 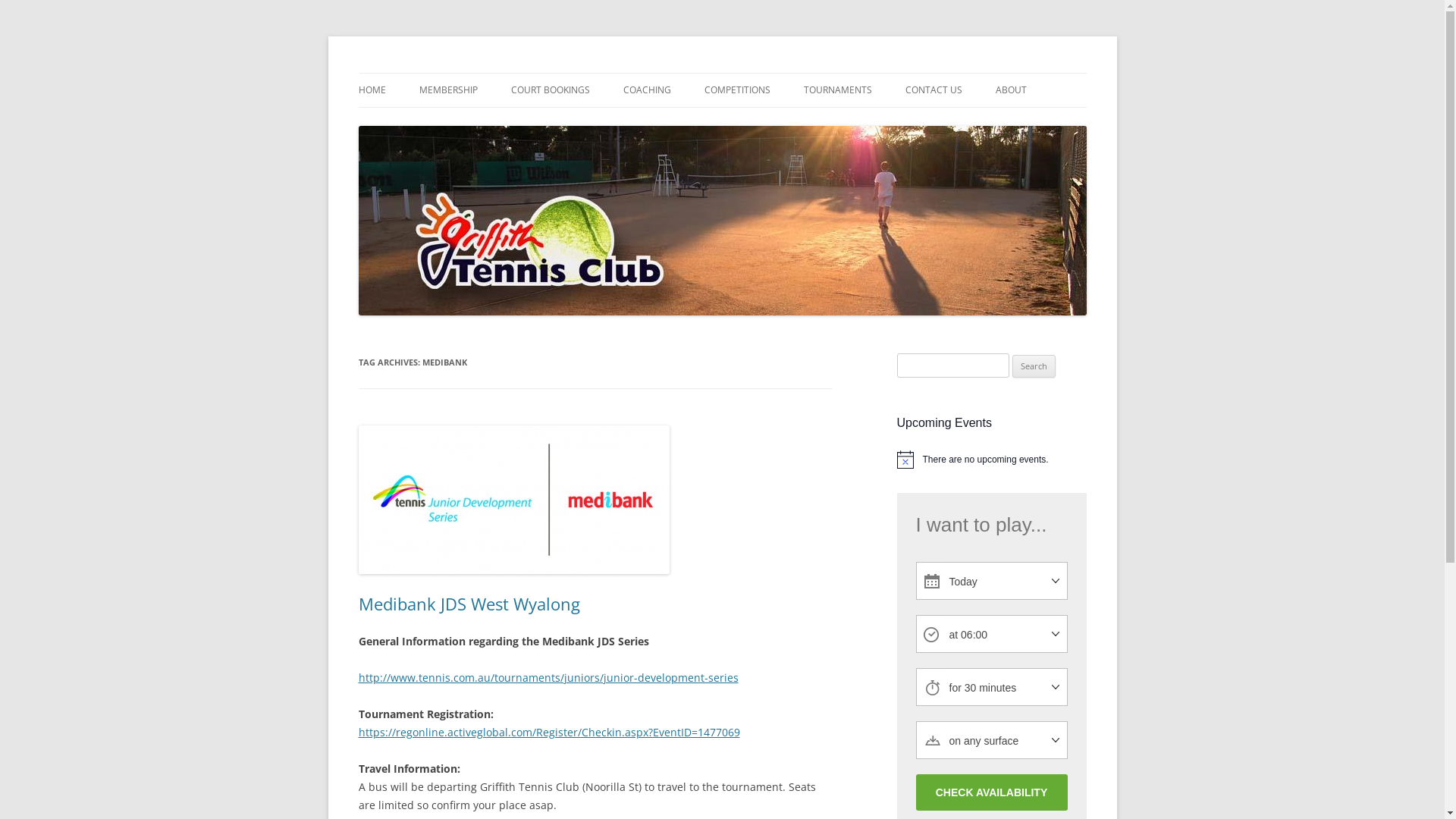 What do you see at coordinates (736, 90) in the screenshot?
I see `'COMPETITIONS'` at bounding box center [736, 90].